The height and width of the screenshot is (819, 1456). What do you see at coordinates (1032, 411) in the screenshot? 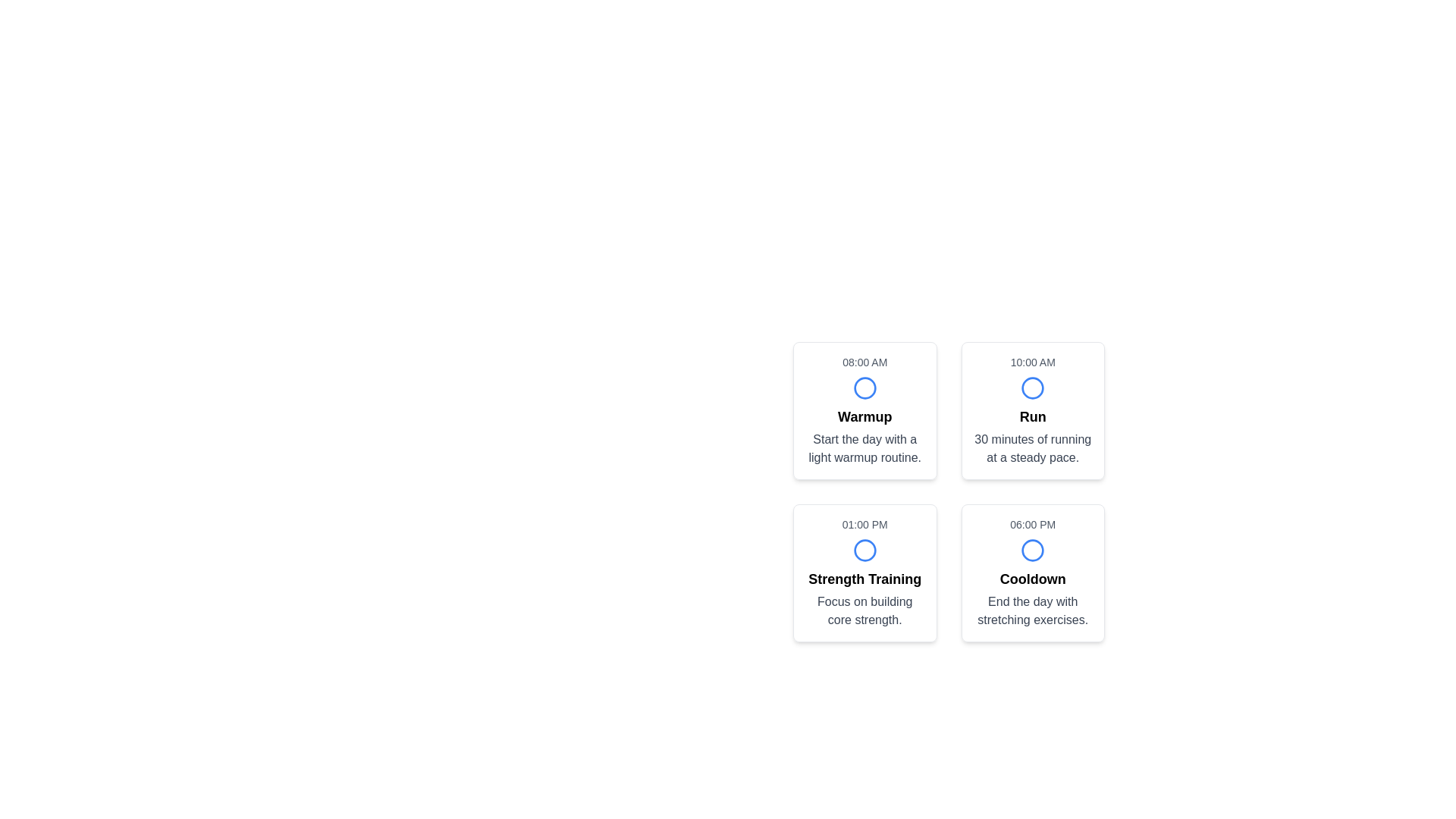
I see `the Informational Card displaying '10:00 AM', which includes a blue circular icon and the word 'Run' in bold, located in the top-right position of the grid layout` at bounding box center [1032, 411].